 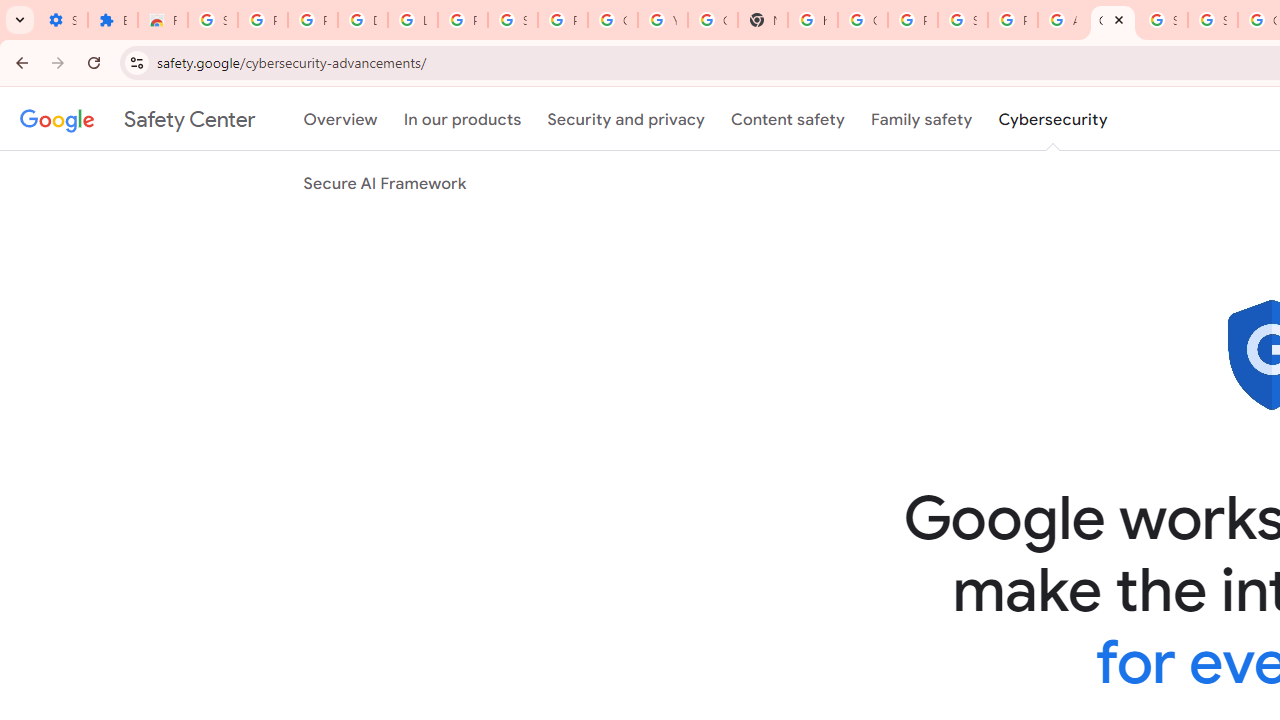 I want to click on 'Delete photos & videos - Computer - Google Photos Help', so click(x=362, y=20).